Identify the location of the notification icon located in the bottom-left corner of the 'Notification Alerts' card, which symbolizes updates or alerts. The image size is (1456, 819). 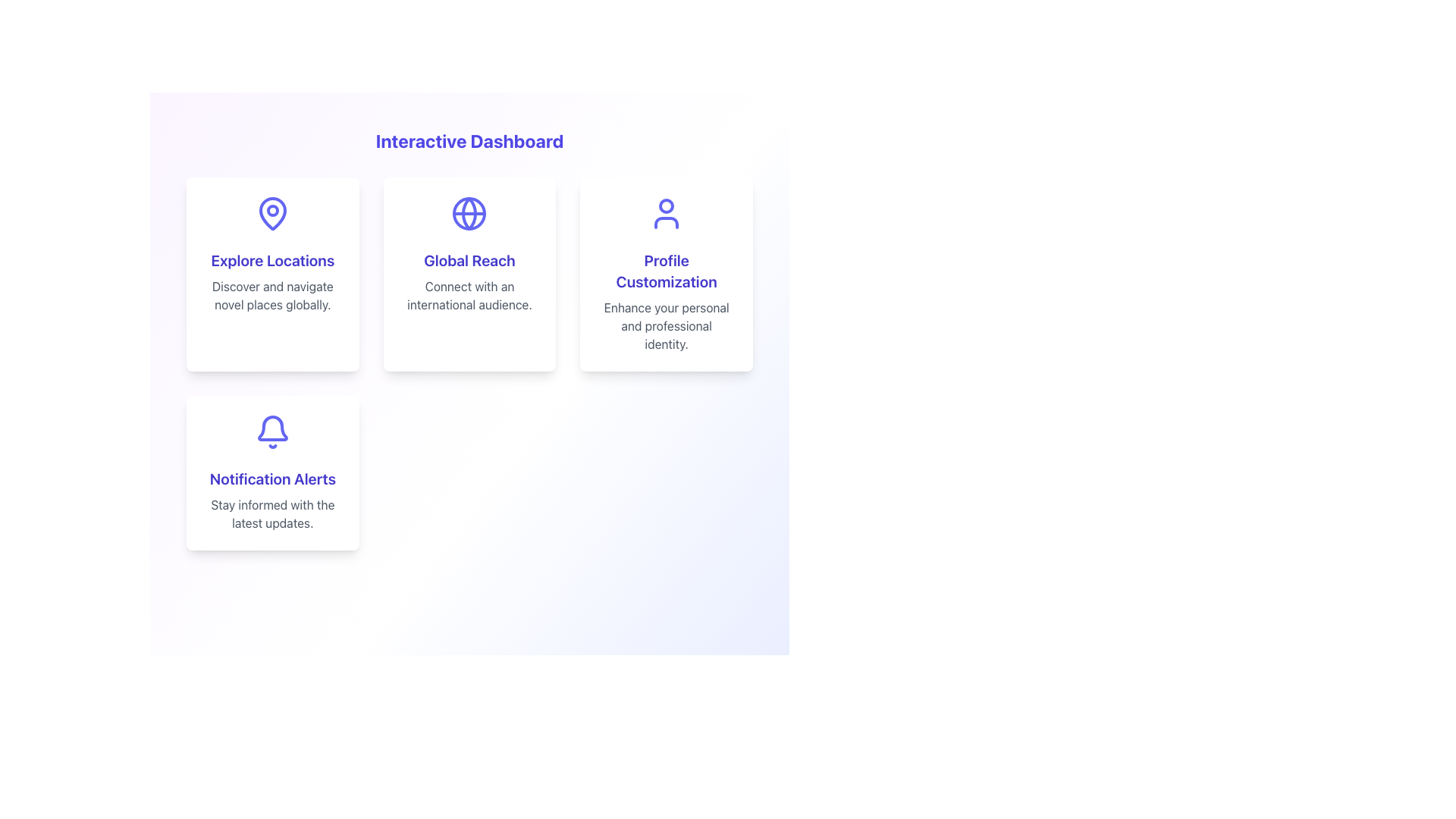
(272, 428).